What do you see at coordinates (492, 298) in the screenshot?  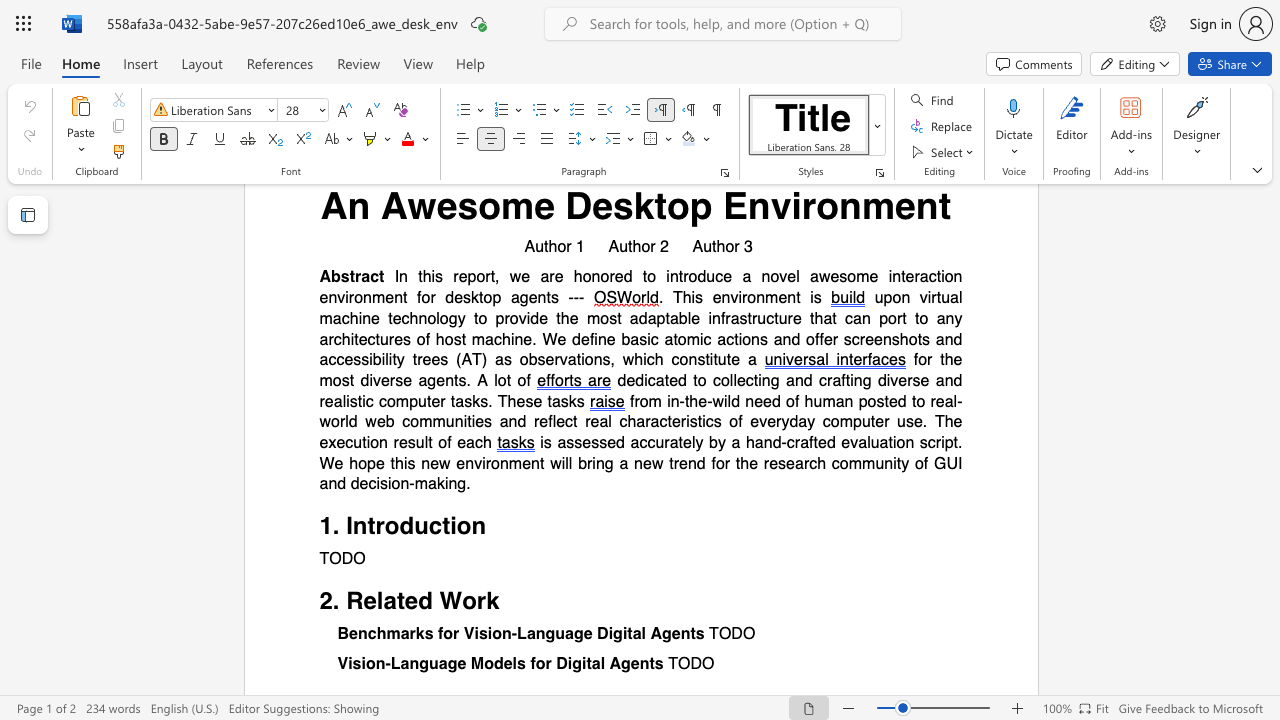 I see `the subset text "p agents ---" within the text "In this report, we are honored to introduce a novel awesome interaction environment for desktop agents ---"` at bounding box center [492, 298].